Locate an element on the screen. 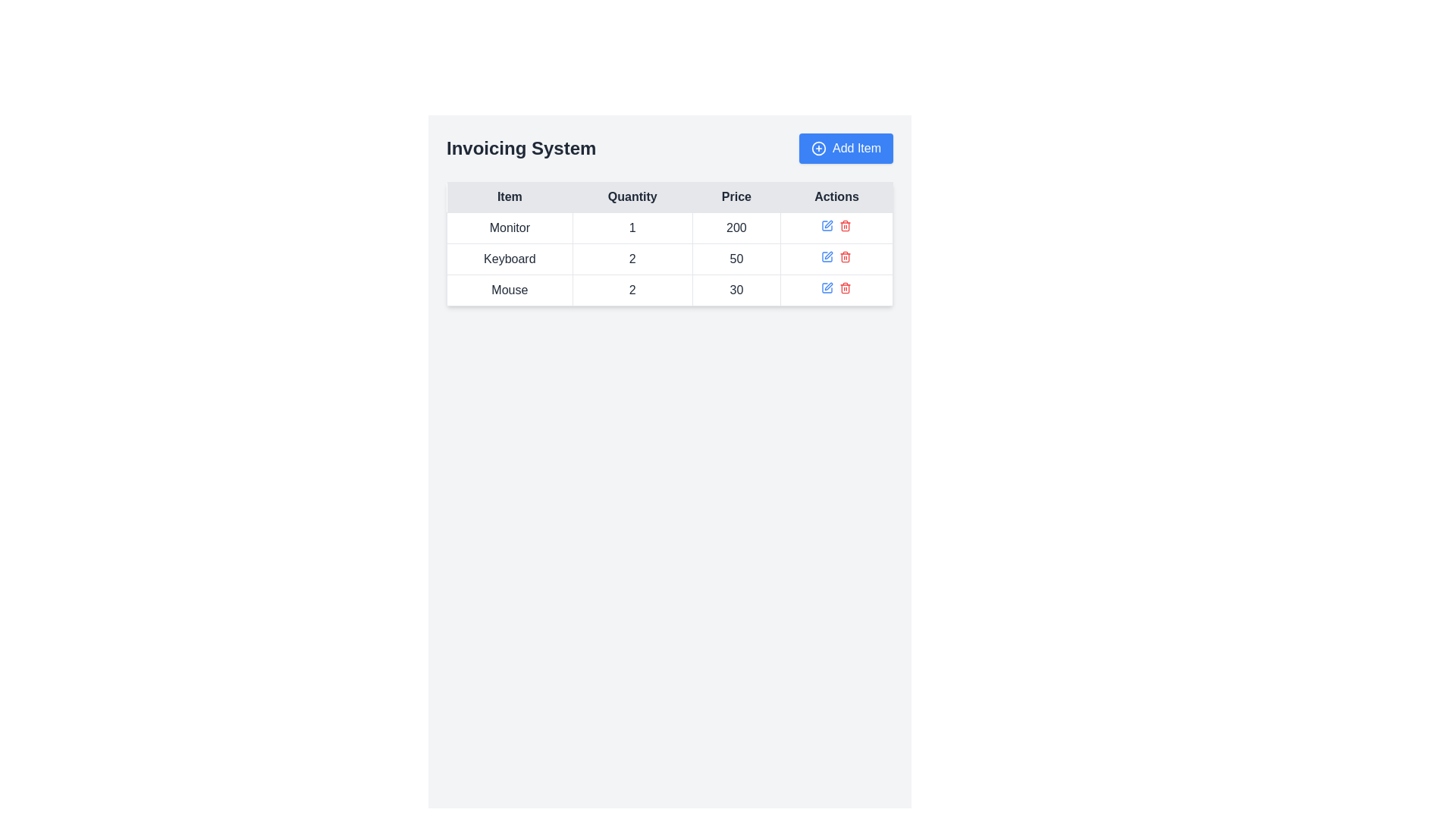 The width and height of the screenshot is (1456, 819). the second row in the table displaying information and options related to the item 'Keyboard' is located at coordinates (669, 259).